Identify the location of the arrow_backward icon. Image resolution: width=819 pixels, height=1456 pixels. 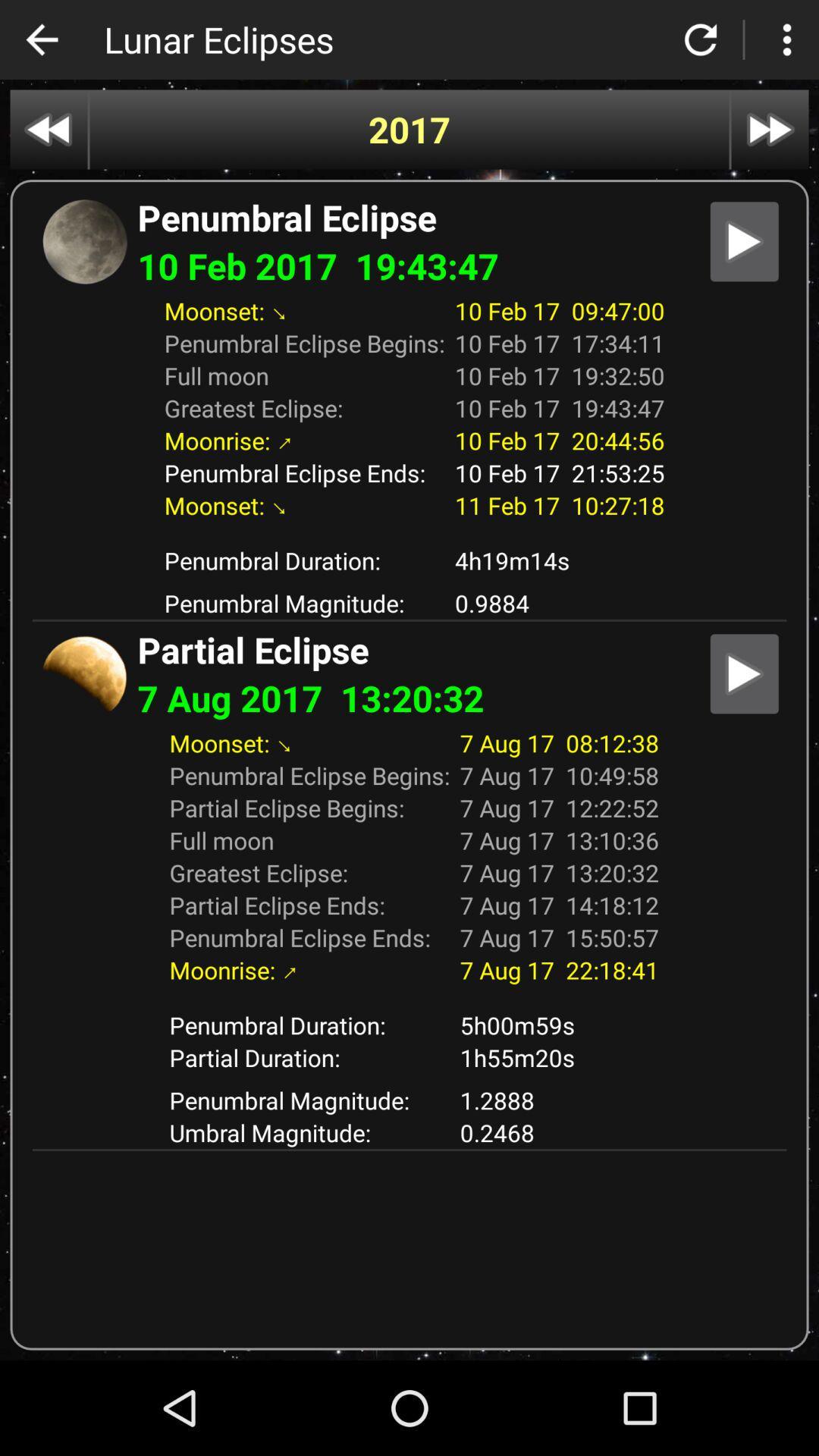
(41, 39).